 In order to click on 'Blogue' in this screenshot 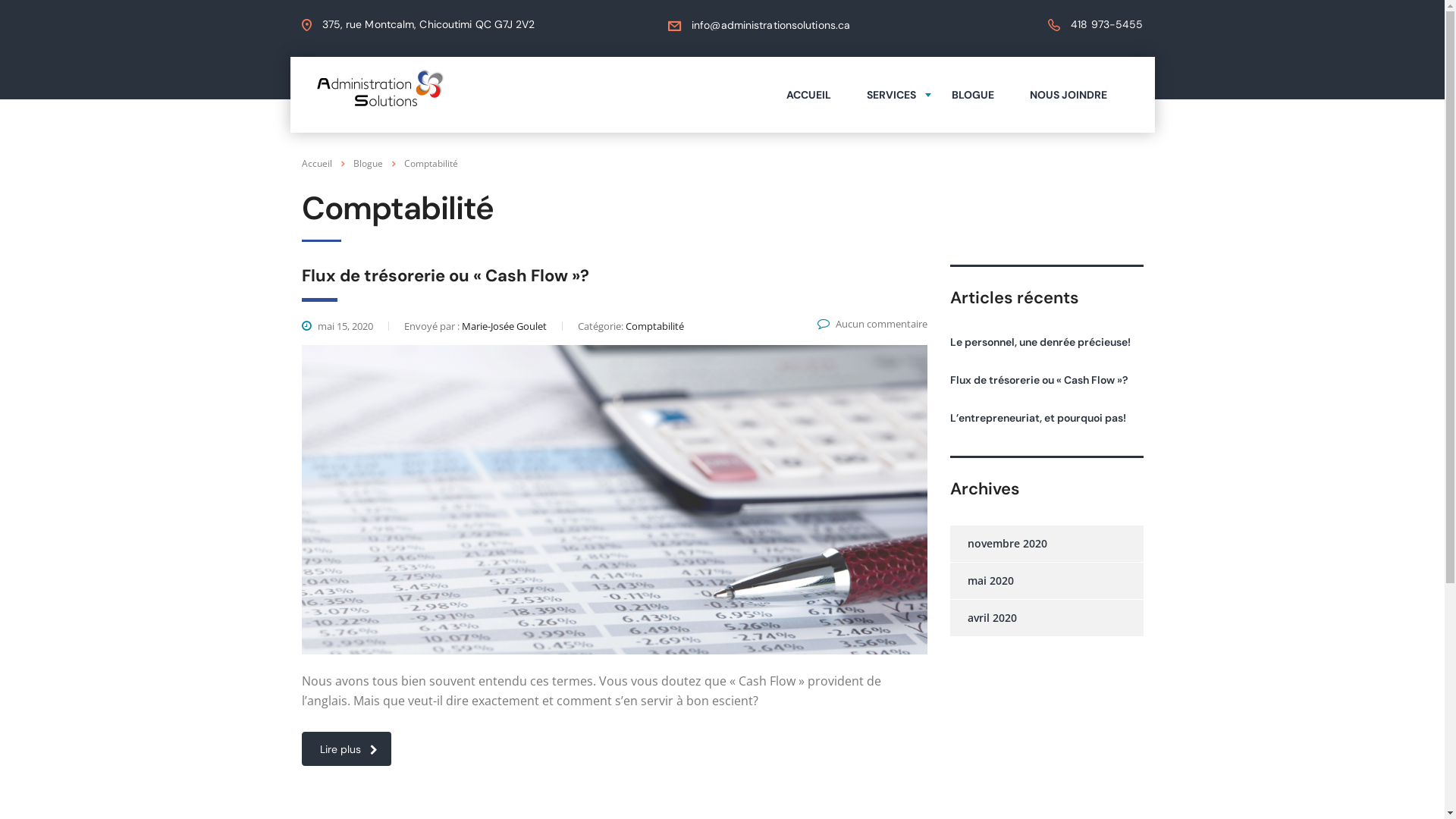, I will do `click(368, 163)`.